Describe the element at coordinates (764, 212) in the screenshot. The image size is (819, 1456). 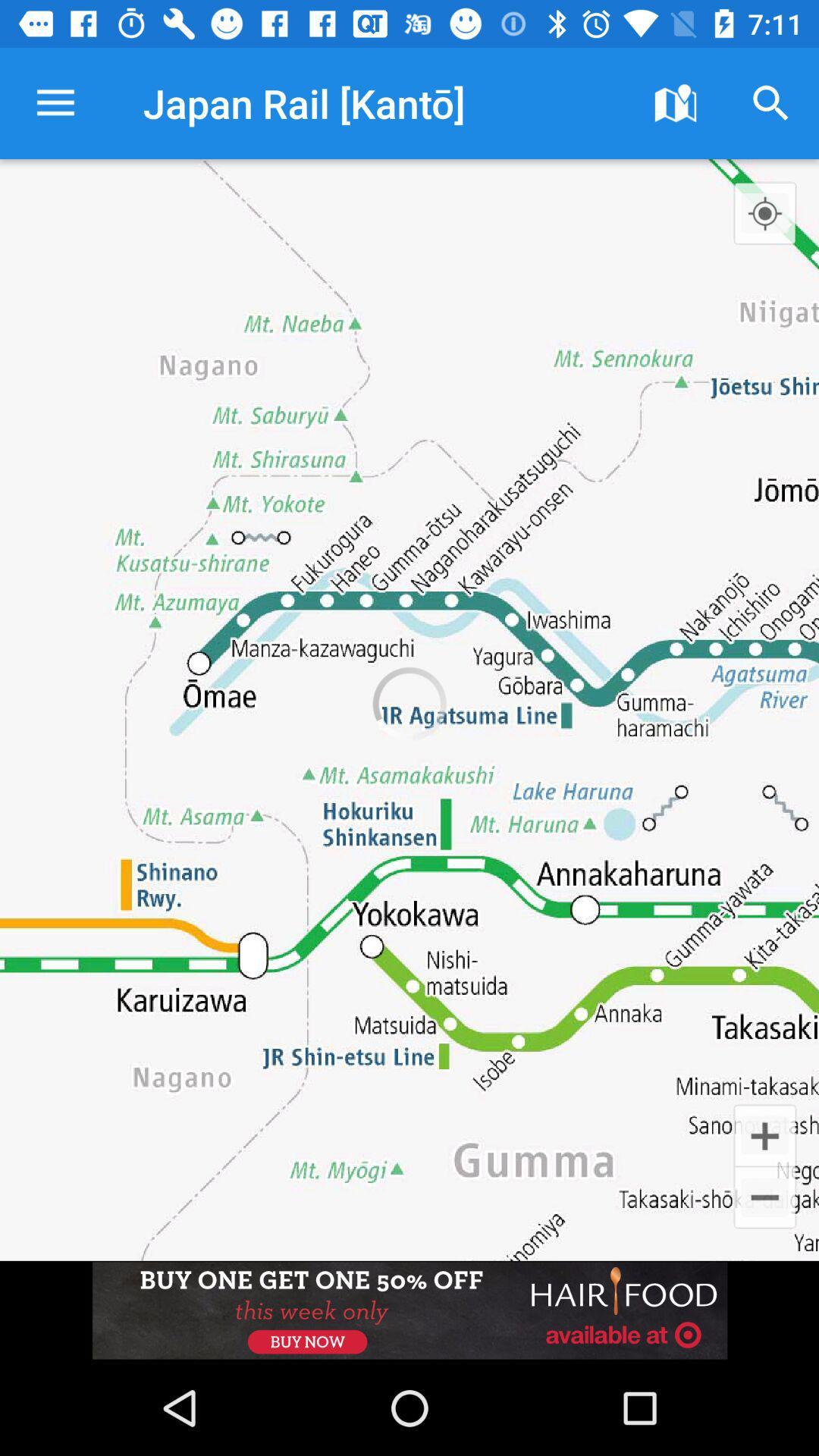
I see `locate me` at that location.